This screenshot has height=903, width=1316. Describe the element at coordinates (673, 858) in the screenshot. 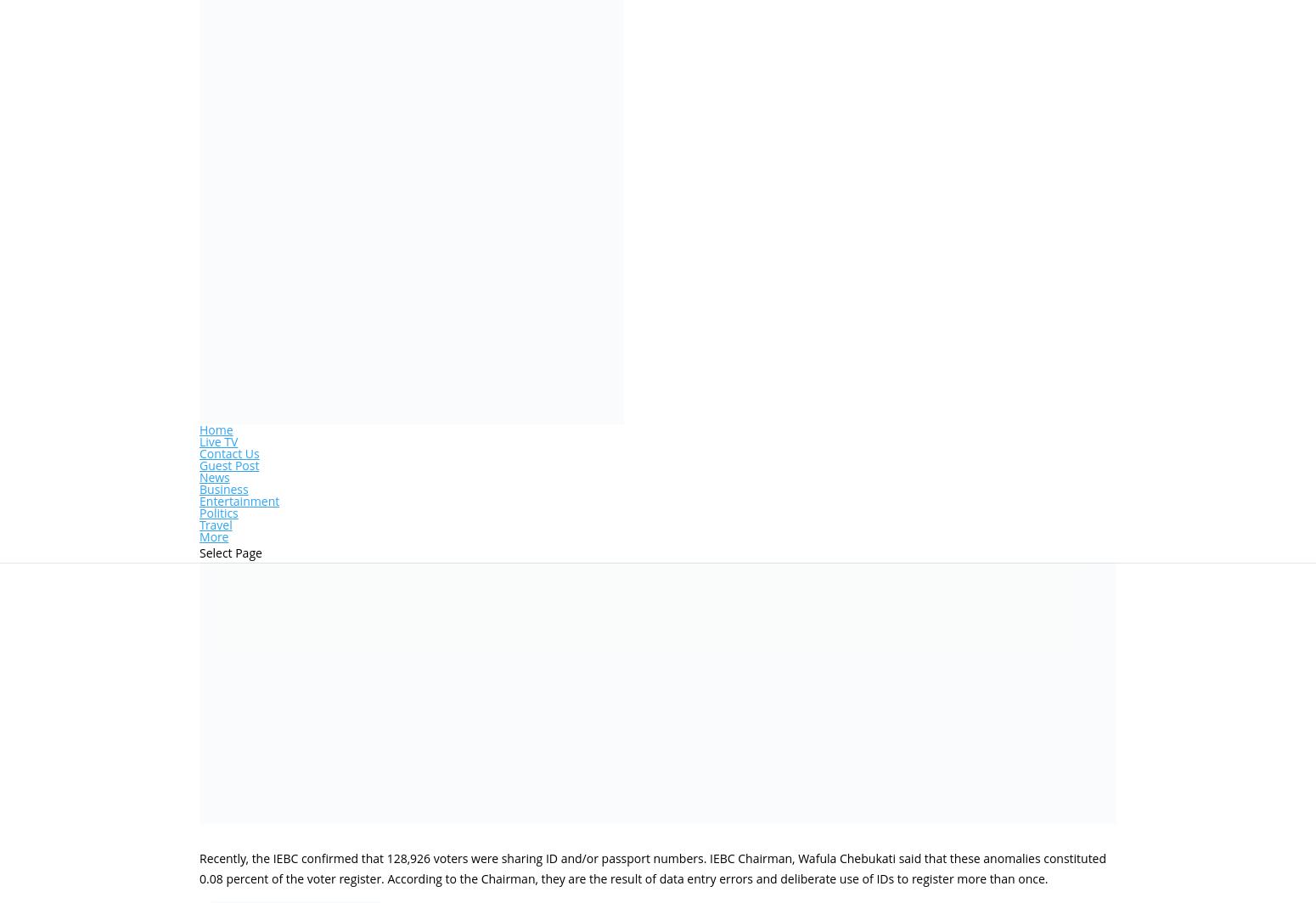

I see `'Content is protected !!'` at that location.